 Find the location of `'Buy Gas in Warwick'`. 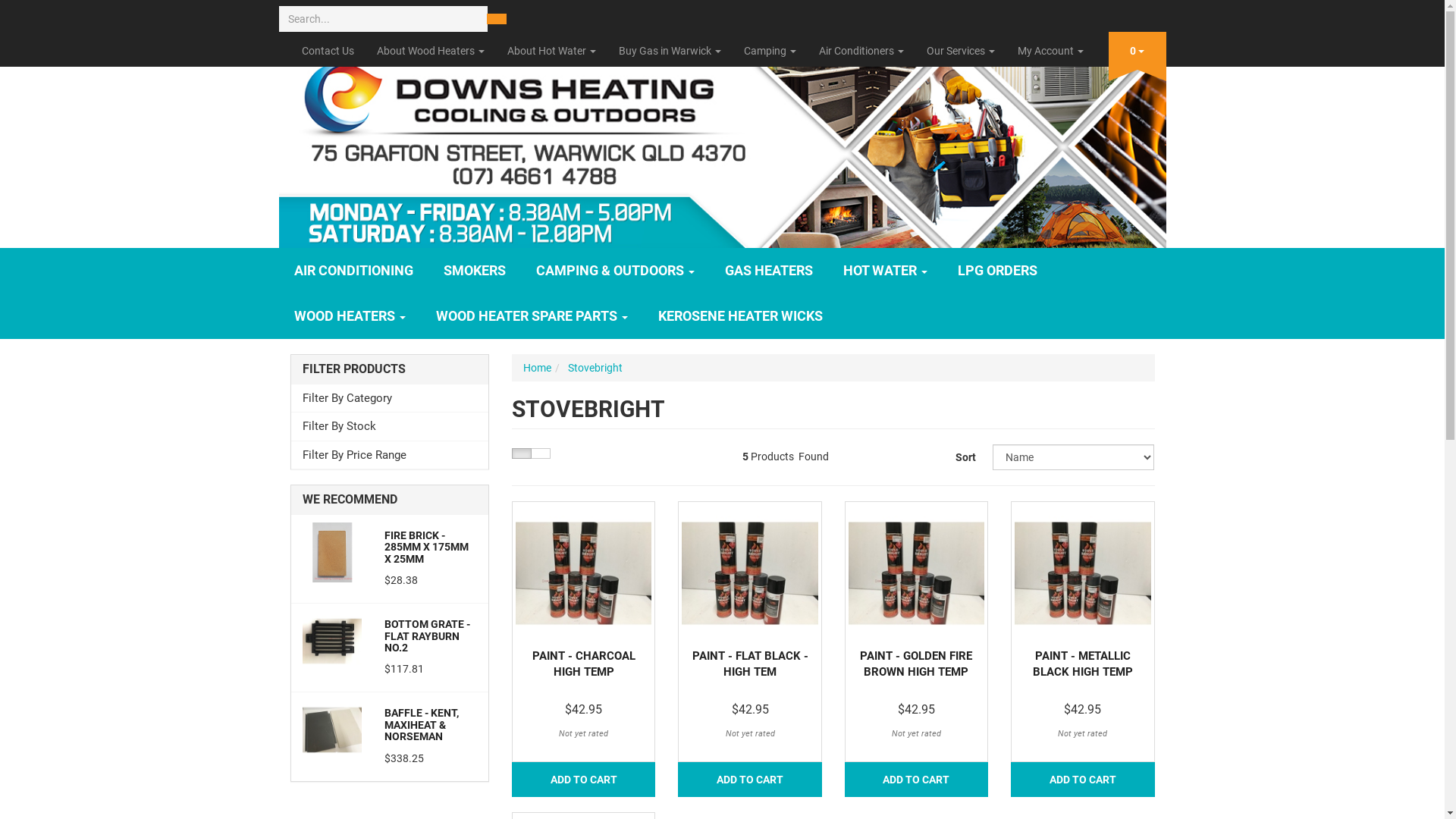

'Buy Gas in Warwick' is located at coordinates (668, 49).